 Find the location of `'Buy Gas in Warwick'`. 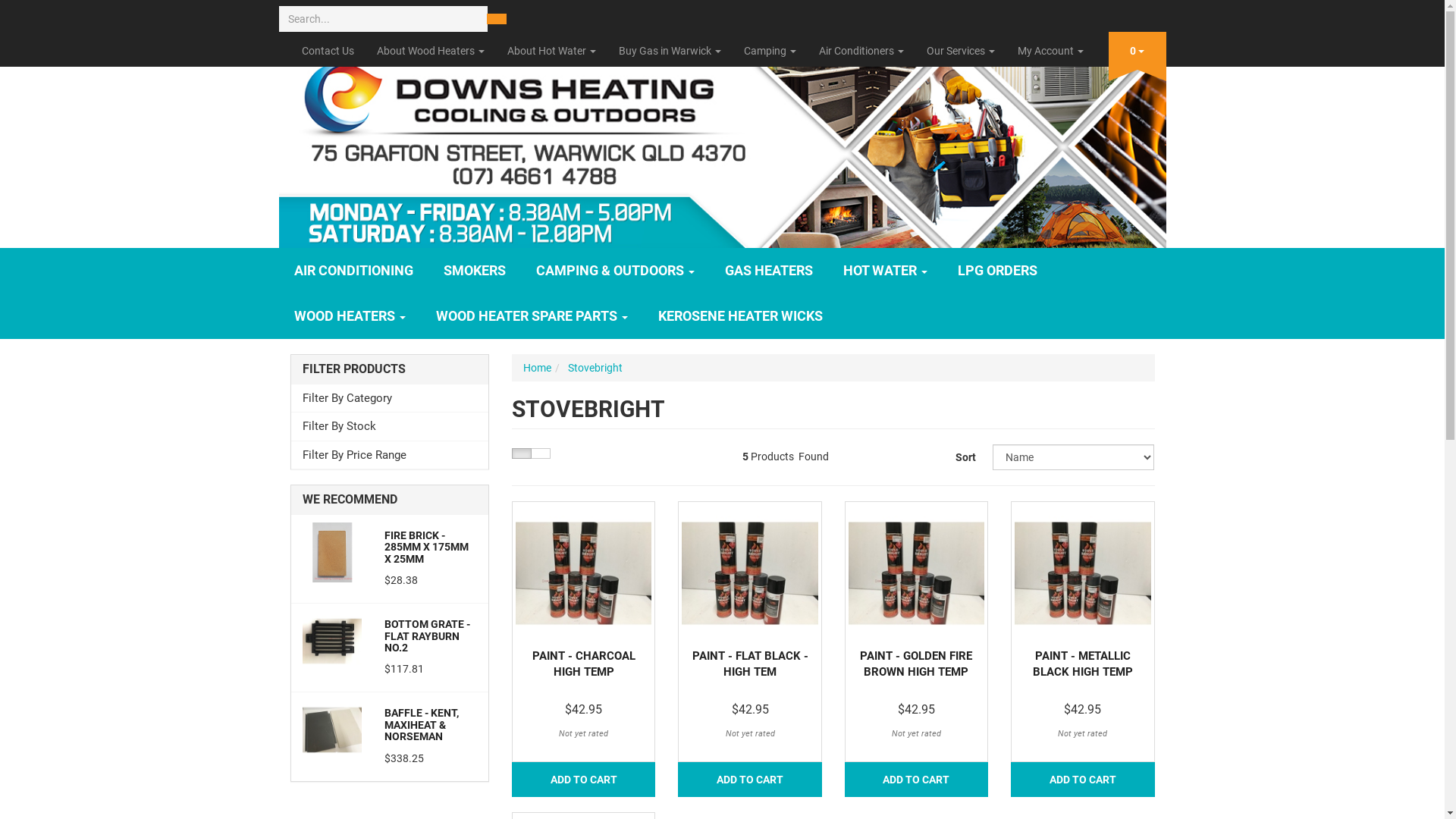

'Buy Gas in Warwick' is located at coordinates (668, 49).